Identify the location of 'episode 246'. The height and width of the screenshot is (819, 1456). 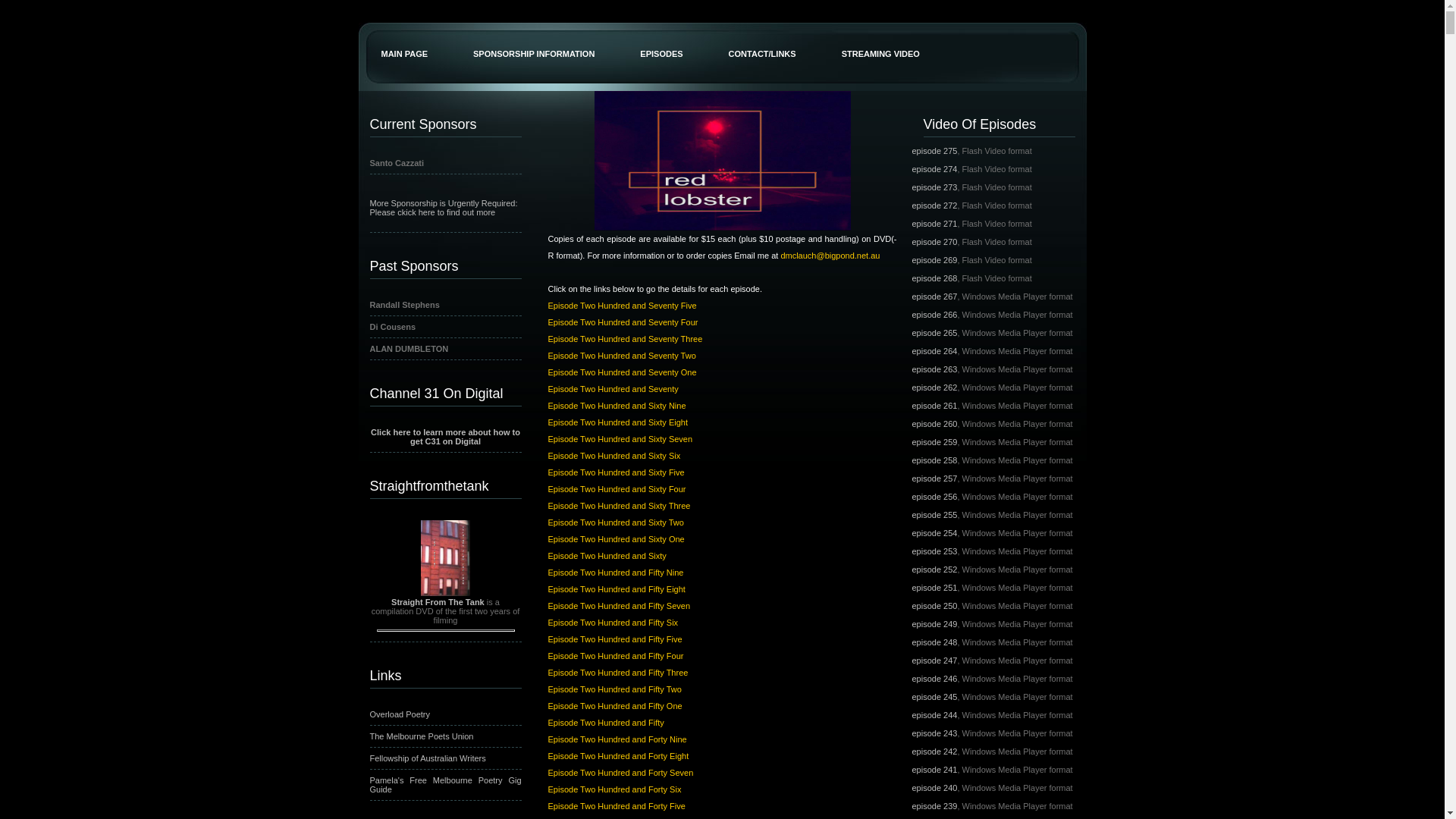
(934, 677).